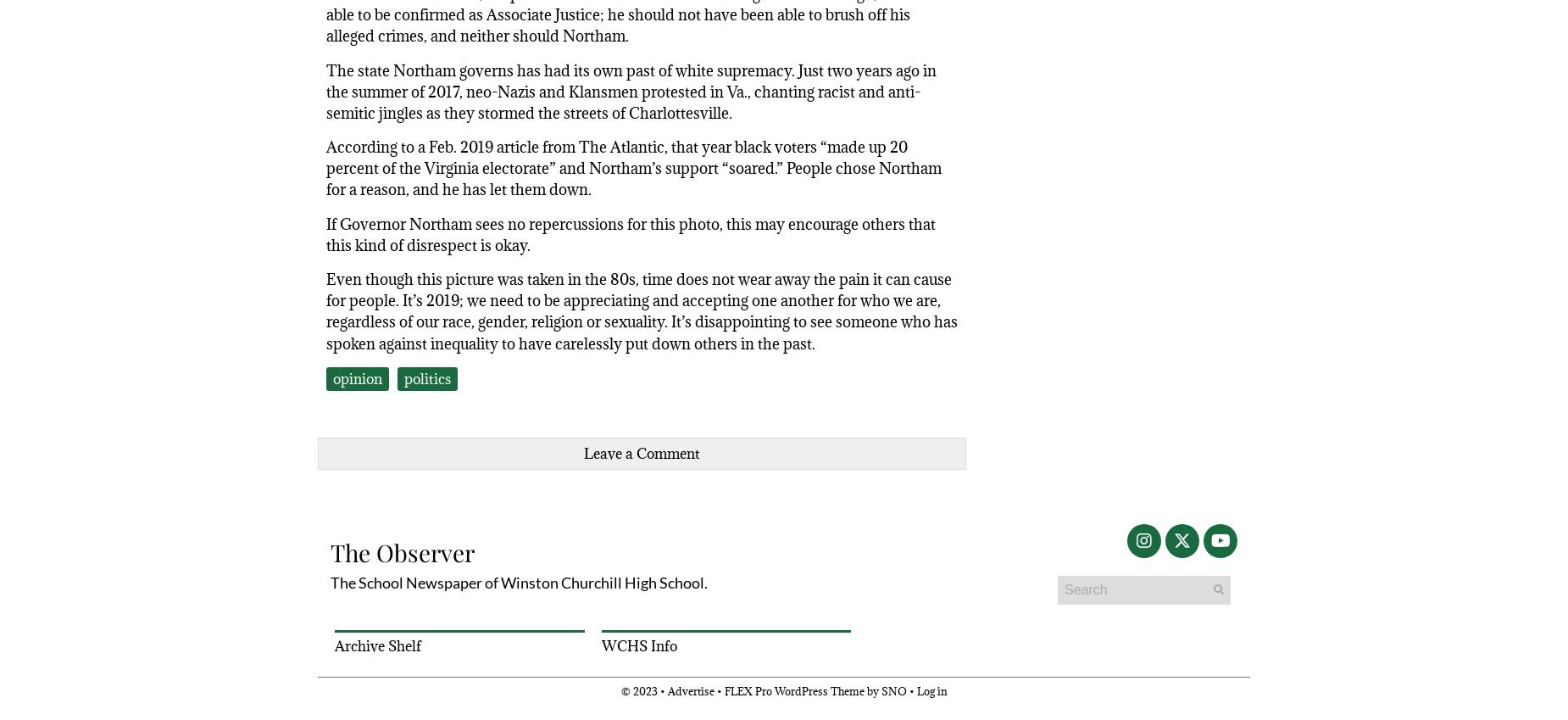 This screenshot has width=1568, height=720. What do you see at coordinates (792, 690) in the screenshot?
I see `'FLEX Pro WordPress Theme'` at bounding box center [792, 690].